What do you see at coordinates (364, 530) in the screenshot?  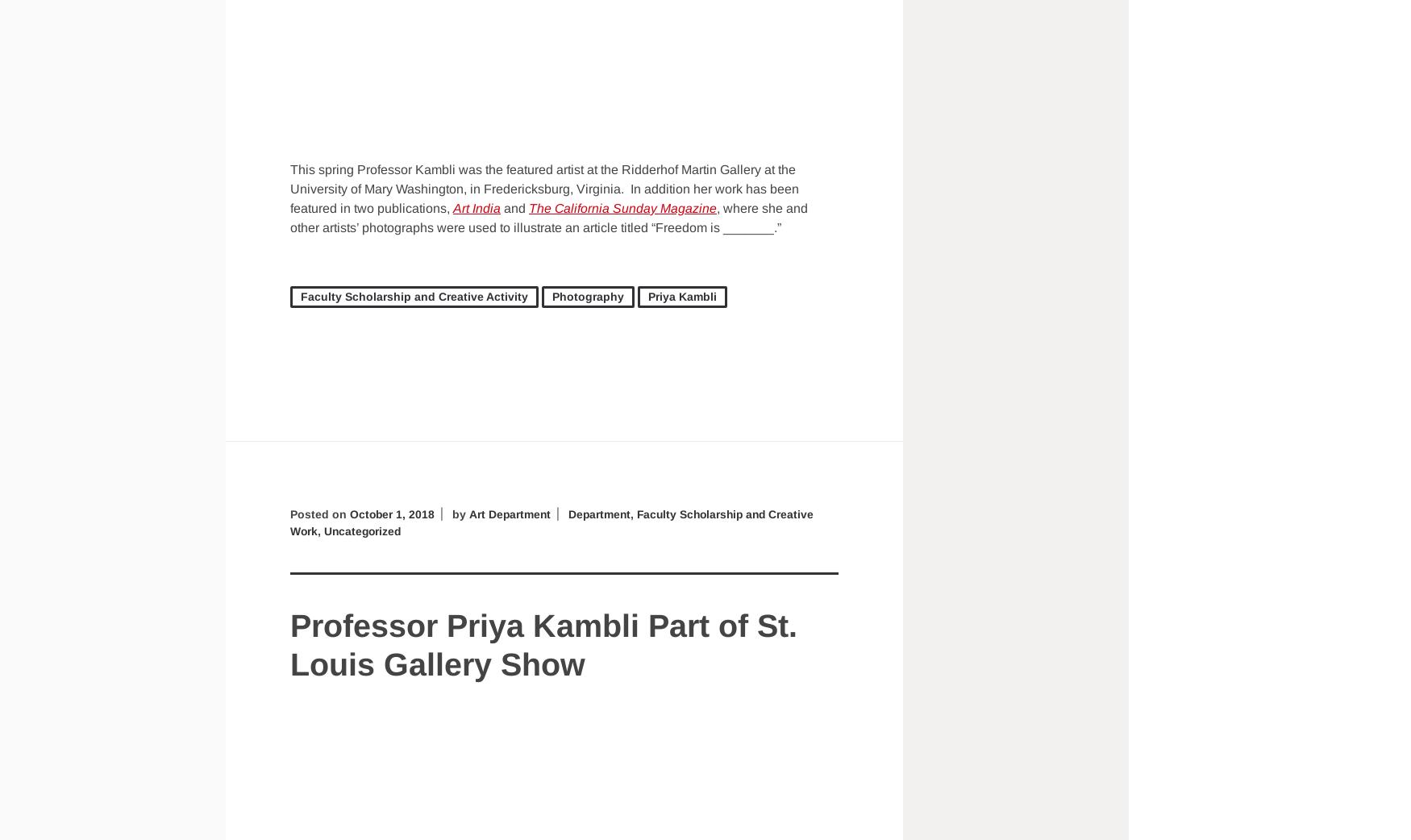 I see `'Uncategorized'` at bounding box center [364, 530].